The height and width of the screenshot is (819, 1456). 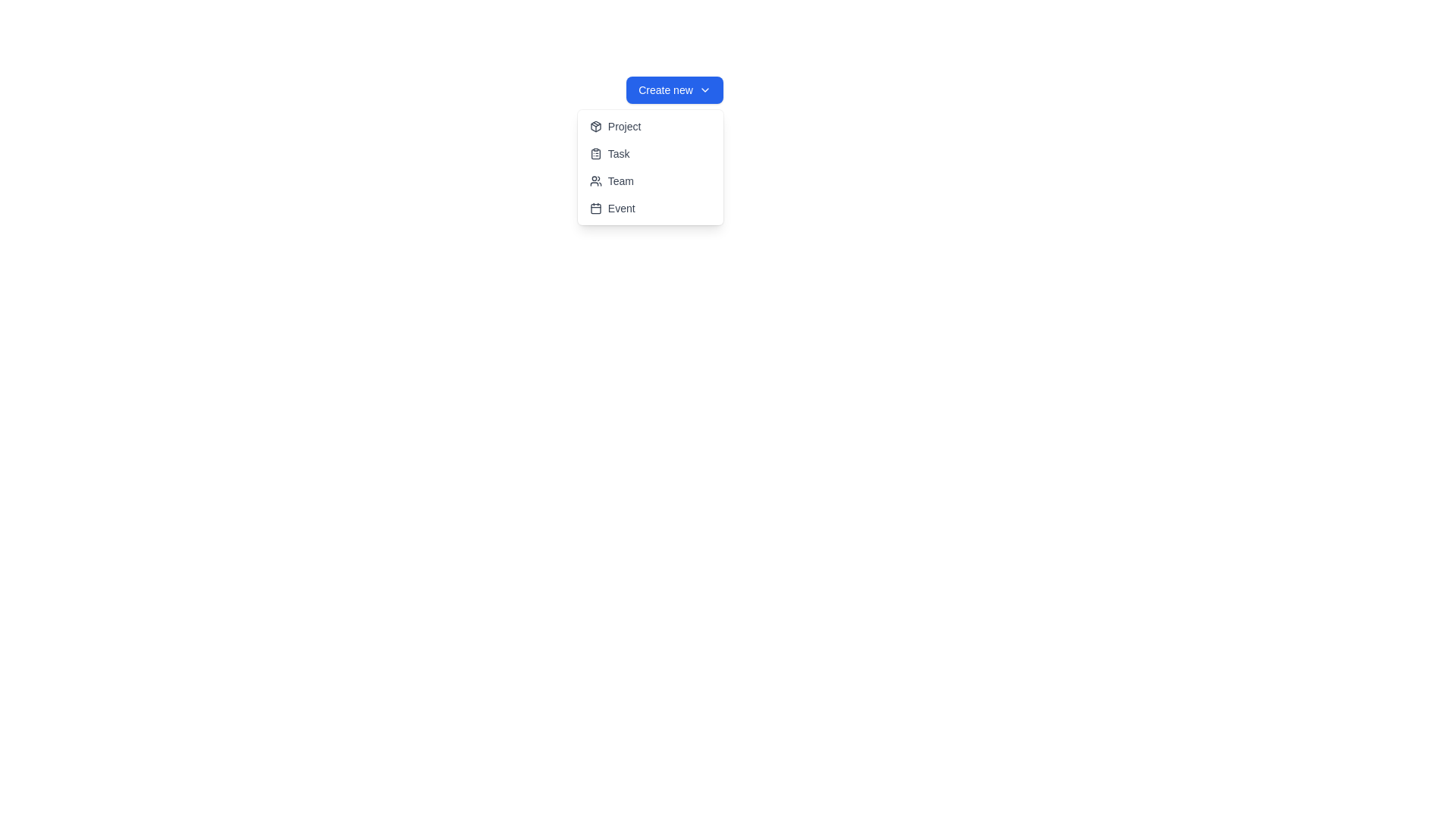 I want to click on the first option in the dropdown menu that is related to 'Project', so click(x=650, y=125).